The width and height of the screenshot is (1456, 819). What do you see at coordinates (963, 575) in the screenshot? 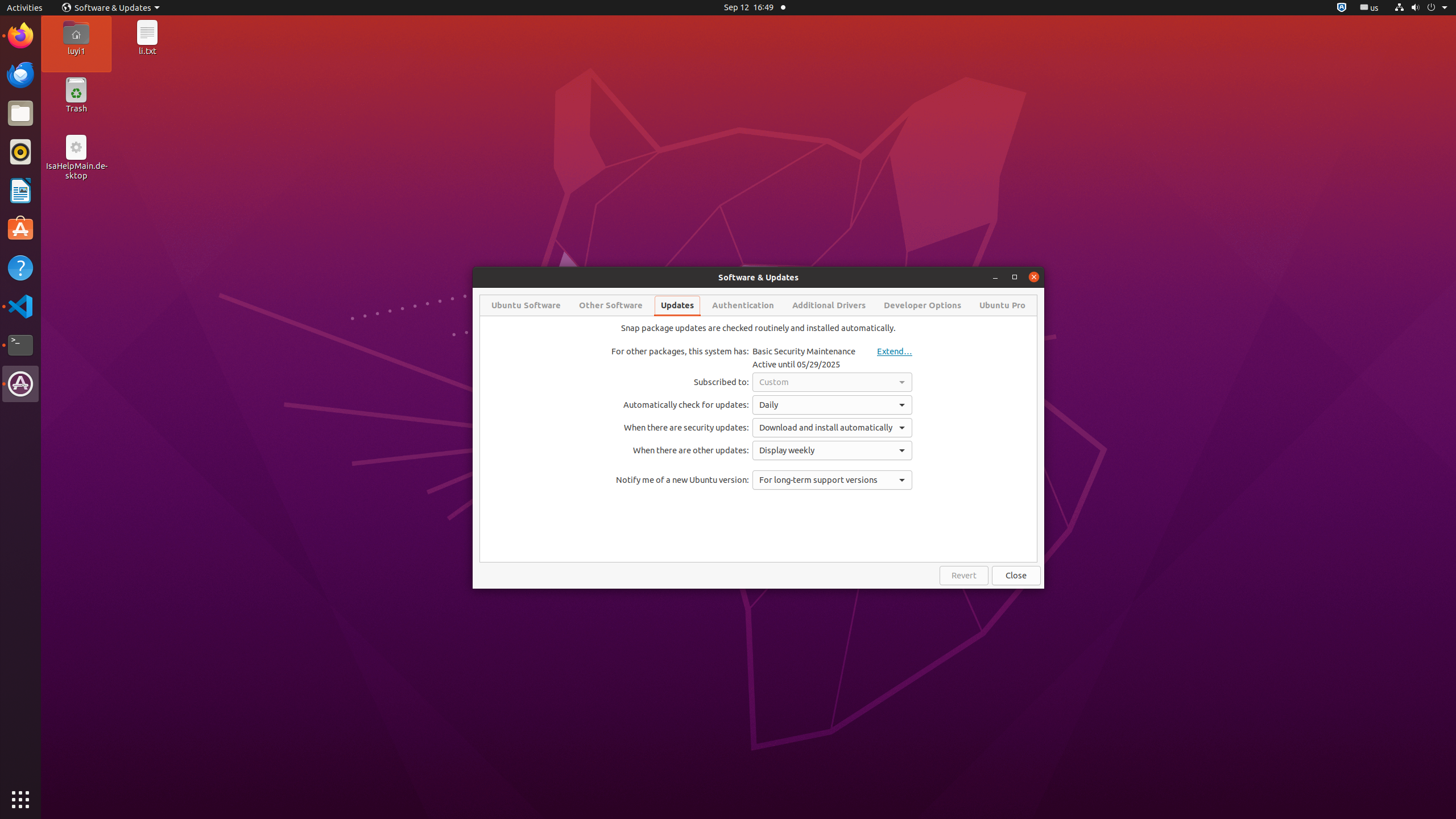
I see `'Revert'` at bounding box center [963, 575].